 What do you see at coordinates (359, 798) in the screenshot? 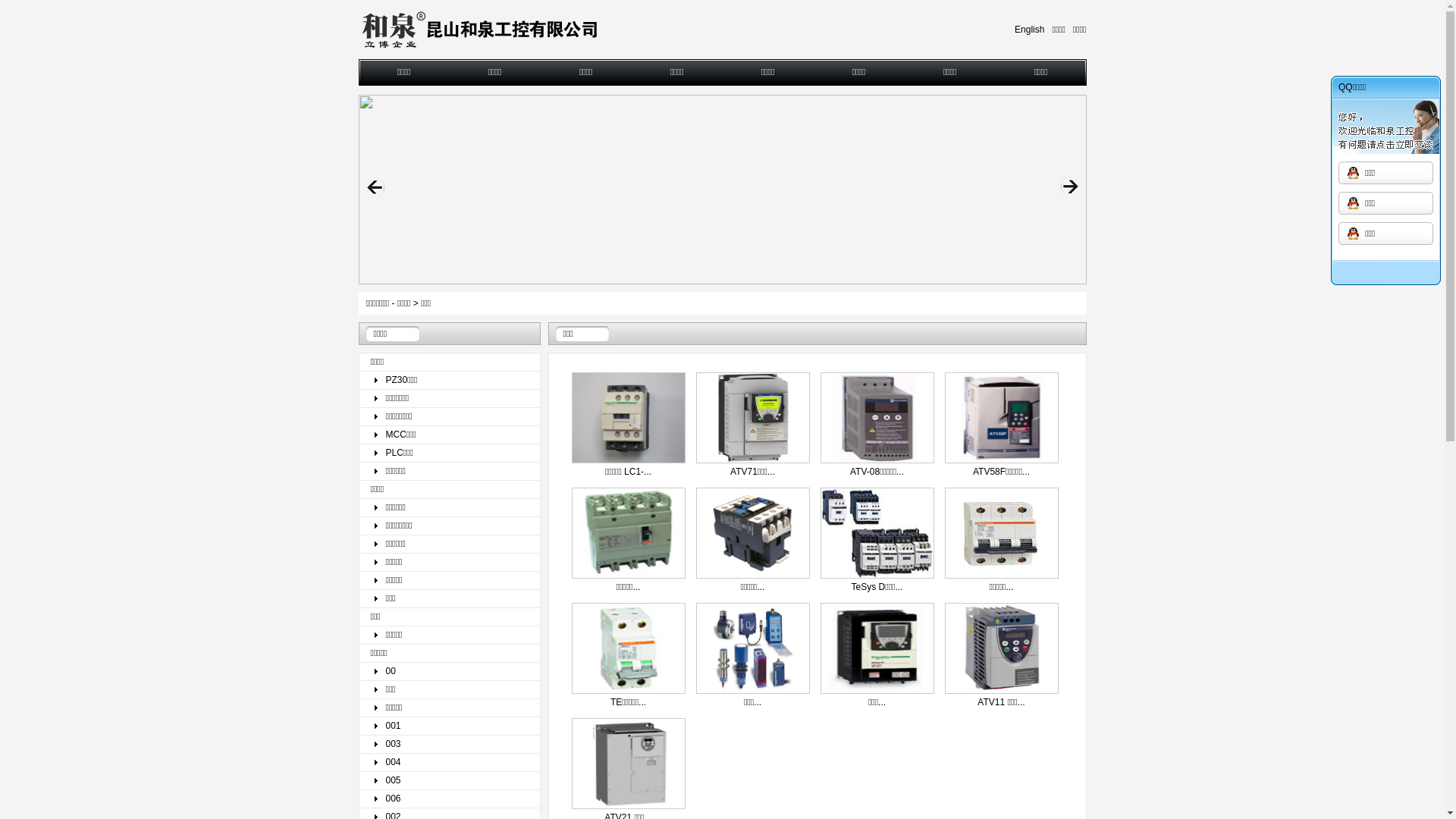
I see `'006'` at bounding box center [359, 798].